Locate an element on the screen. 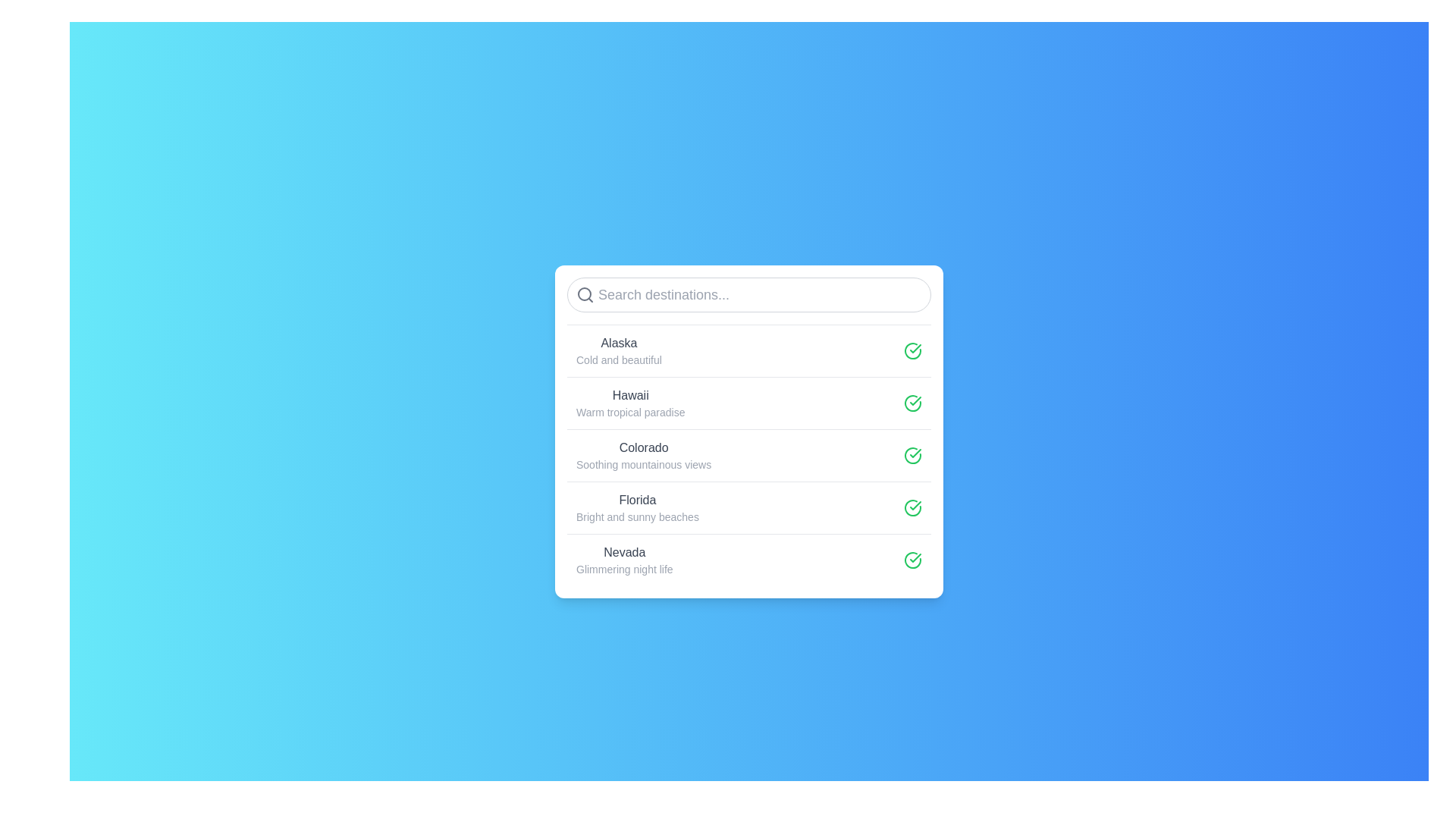  information displayed in the textual display element for 'Alaska', which is located at the top of the vertical list in the right panel, just below the search input bar is located at coordinates (619, 350).